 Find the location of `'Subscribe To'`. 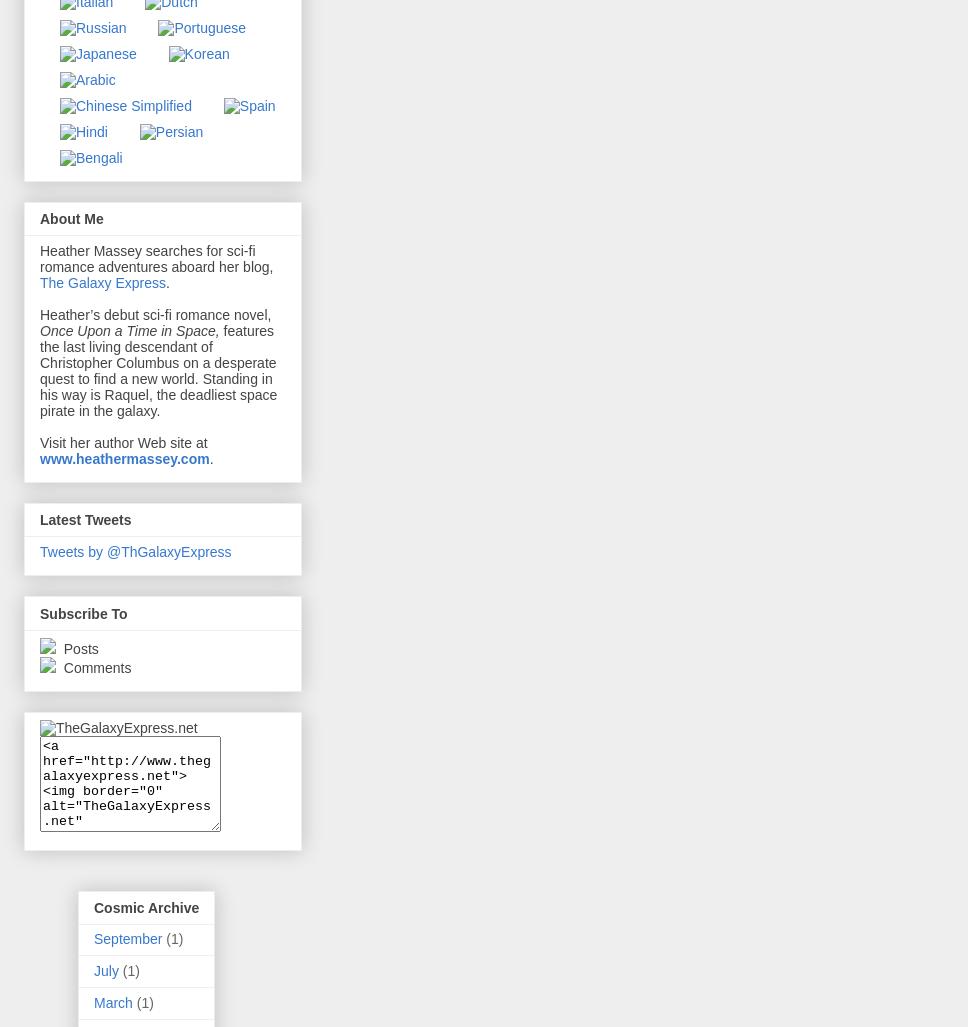

'Subscribe To' is located at coordinates (83, 613).